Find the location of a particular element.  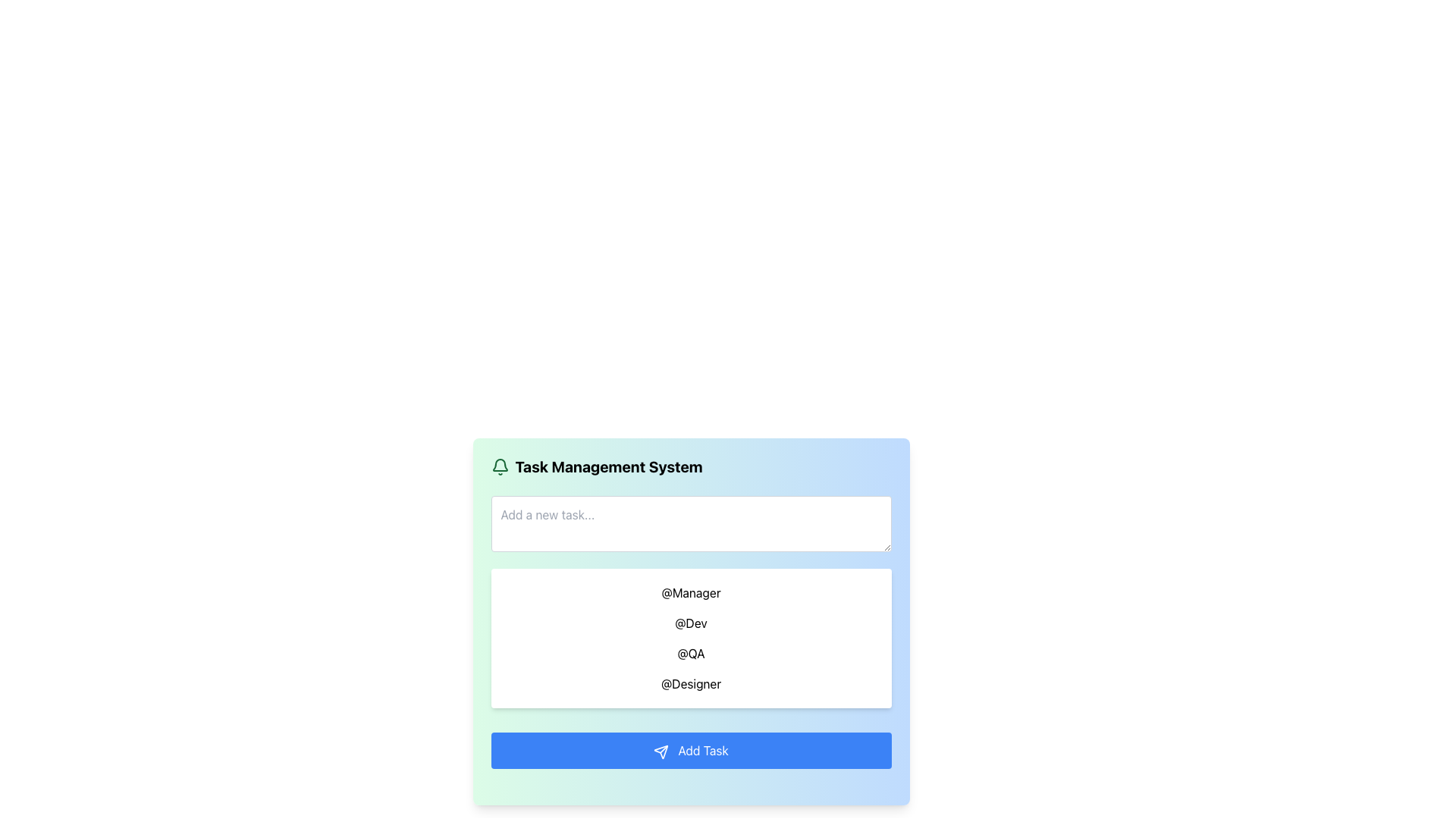

the style and appearance of the triangular icon resembling a paper plane located within the 'Add Task' button area, positioned toward the left side inside the button component is located at coordinates (661, 752).